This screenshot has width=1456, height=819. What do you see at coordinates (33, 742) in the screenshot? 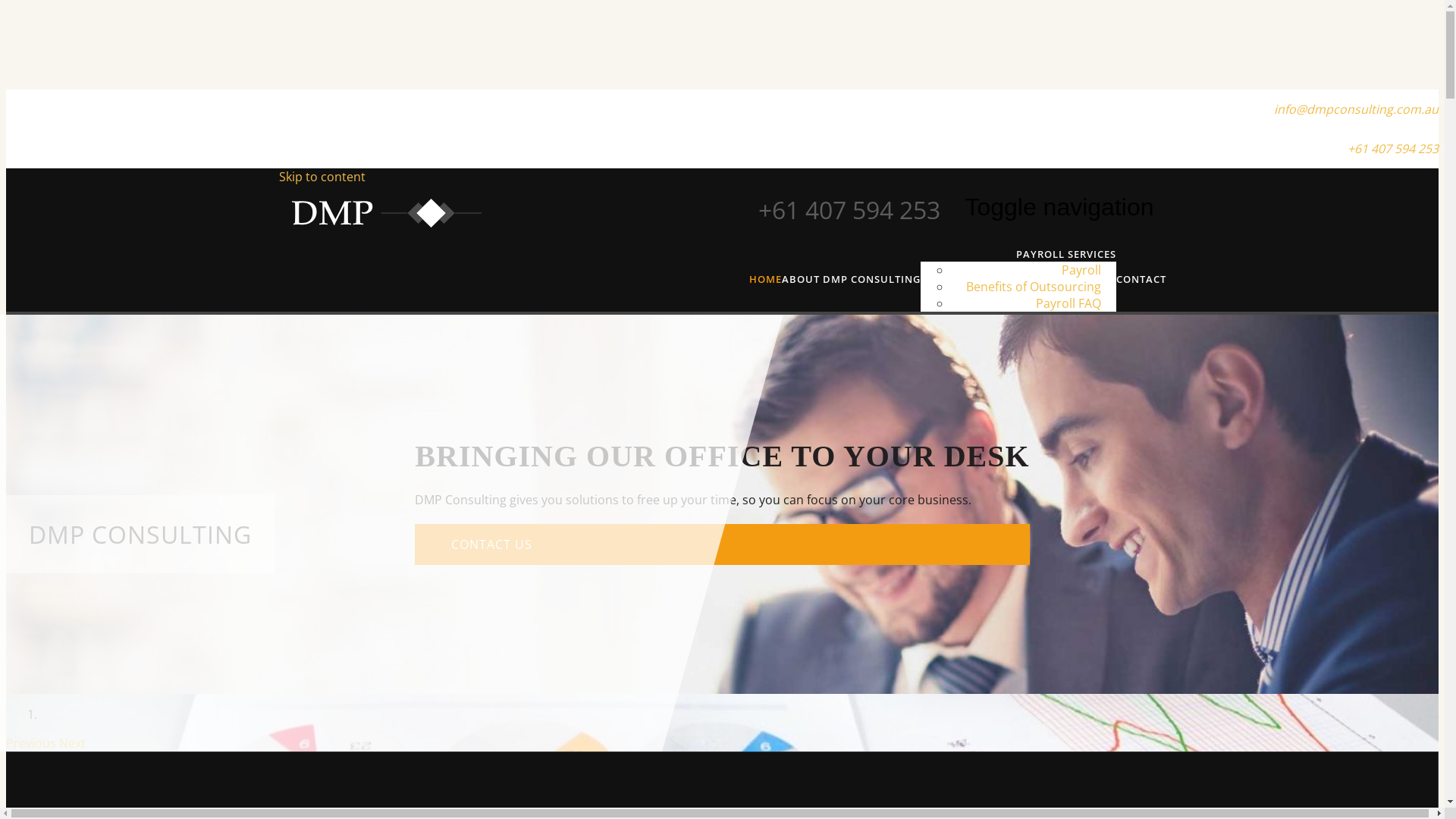
I see `'Previous'` at bounding box center [33, 742].